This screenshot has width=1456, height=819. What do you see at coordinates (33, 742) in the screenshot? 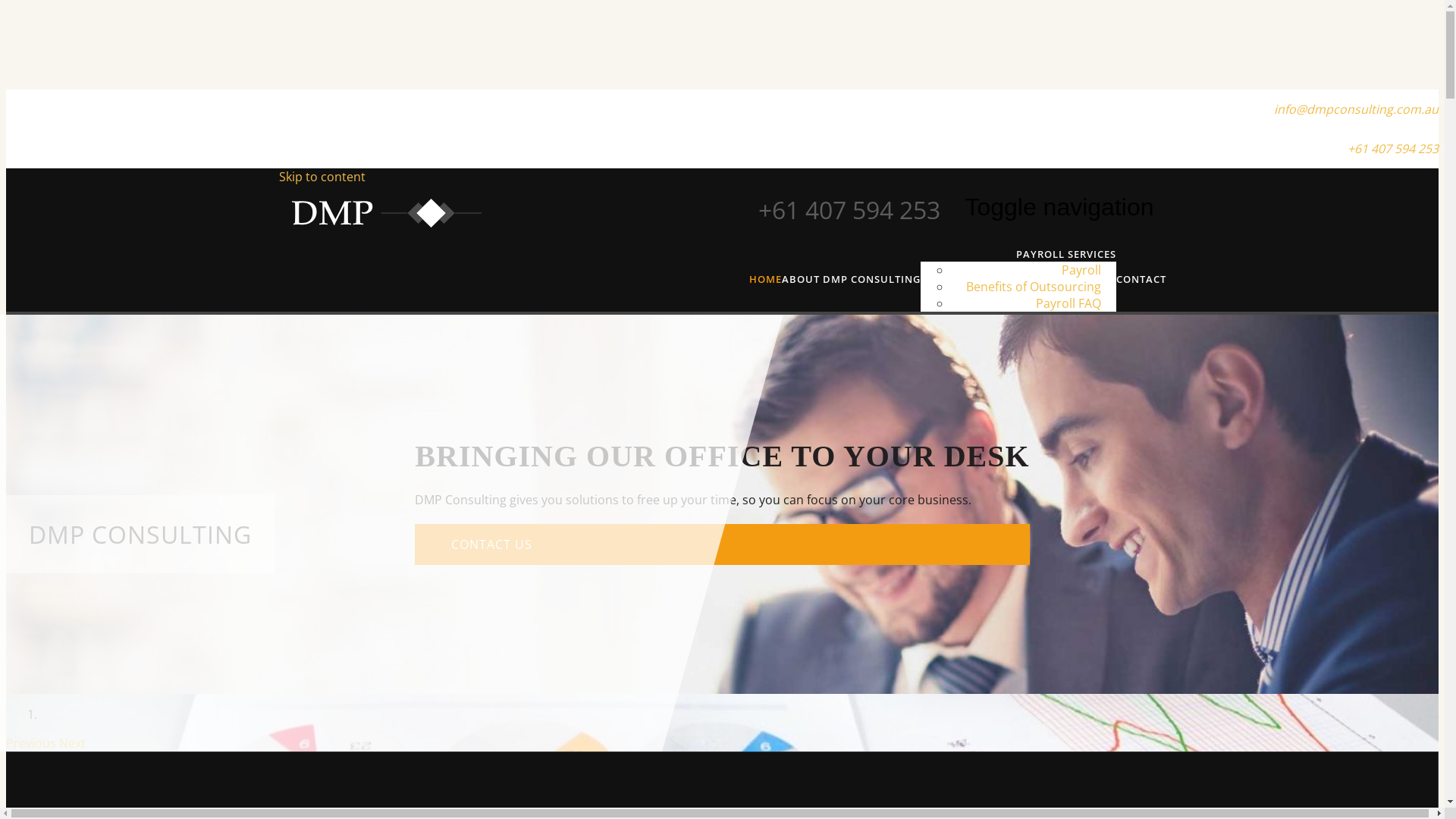
I see `'Previous'` at bounding box center [33, 742].